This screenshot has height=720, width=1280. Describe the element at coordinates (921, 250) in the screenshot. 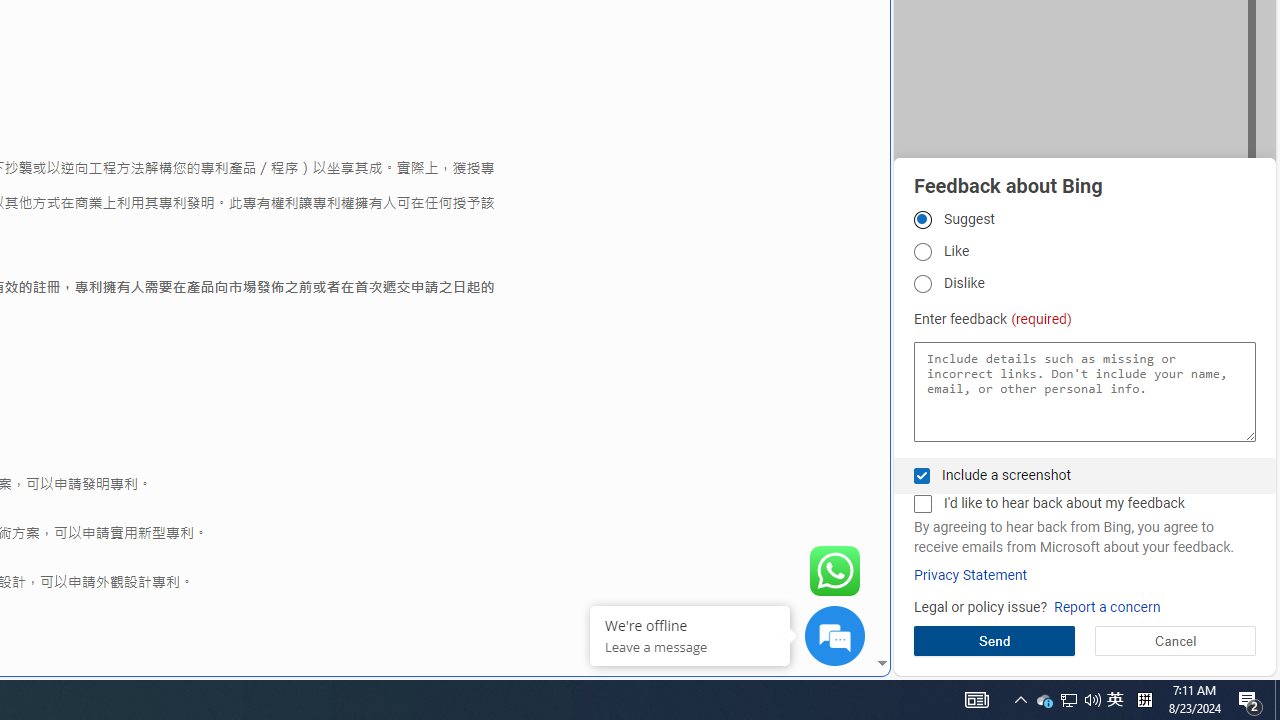

I see `'Like'` at that location.